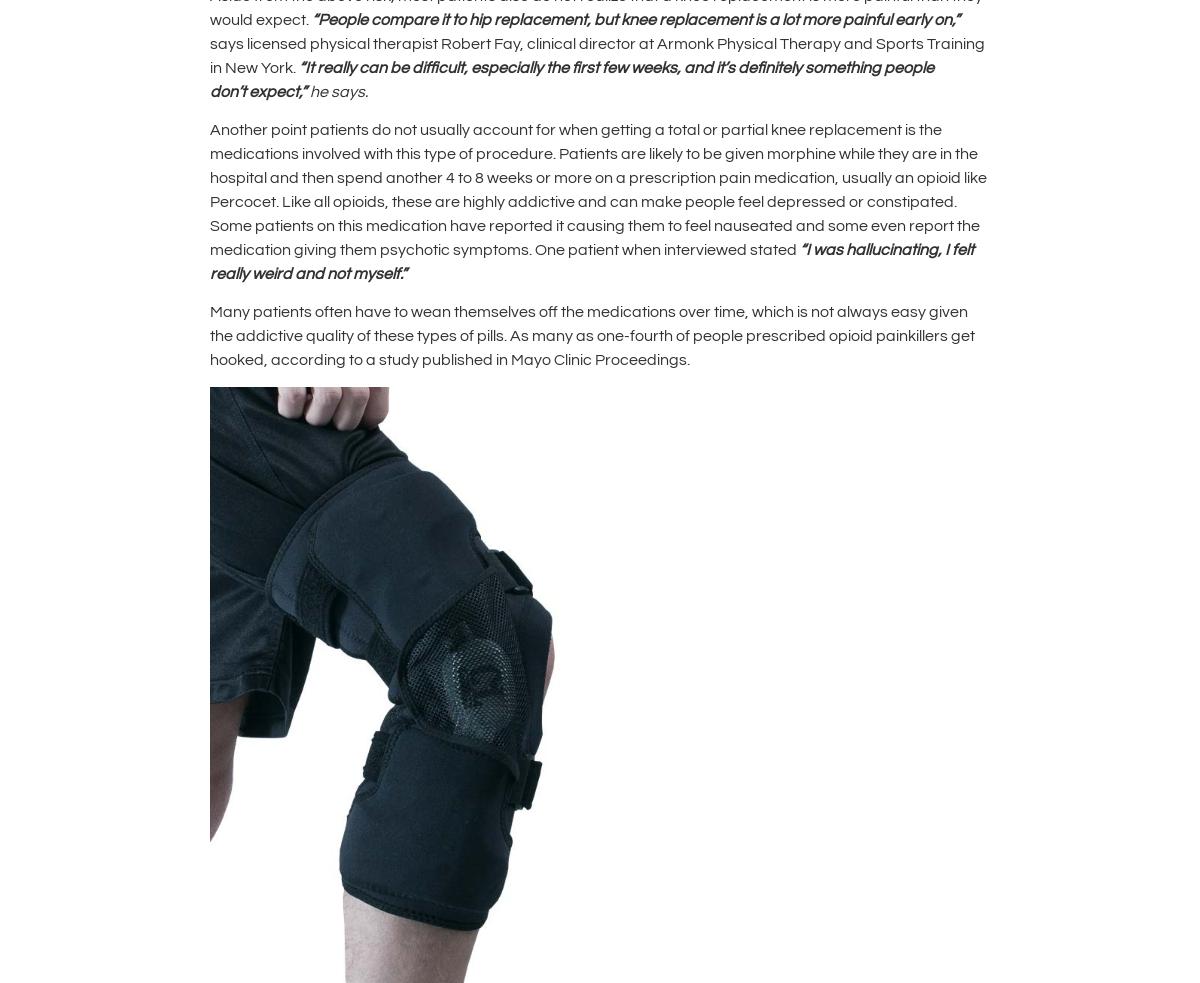  Describe the element at coordinates (393, 17) in the screenshot. I see `'People compare it to'` at that location.